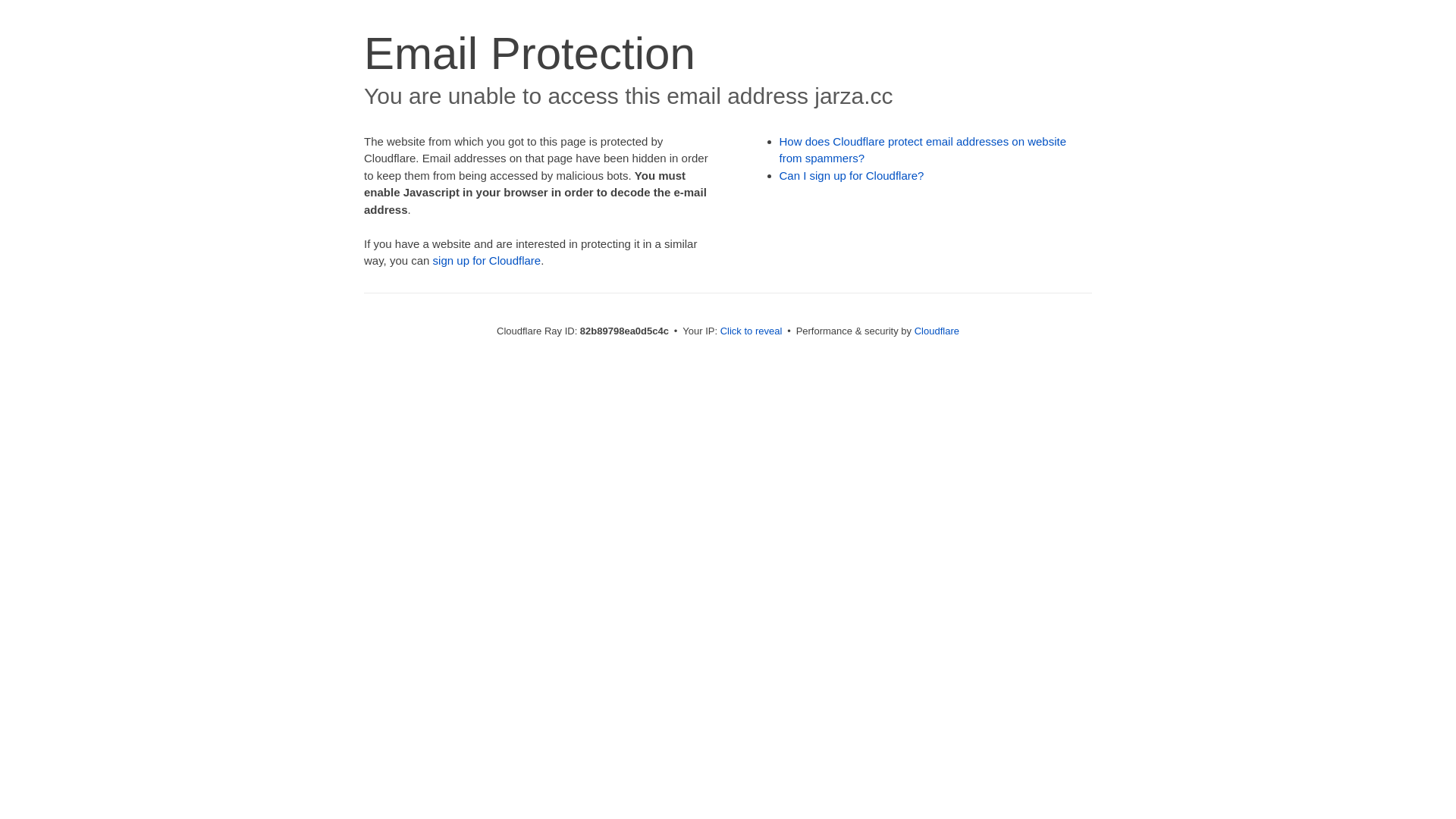 Image resolution: width=1456 pixels, height=819 pixels. I want to click on 'Click to reveal', so click(751, 330).